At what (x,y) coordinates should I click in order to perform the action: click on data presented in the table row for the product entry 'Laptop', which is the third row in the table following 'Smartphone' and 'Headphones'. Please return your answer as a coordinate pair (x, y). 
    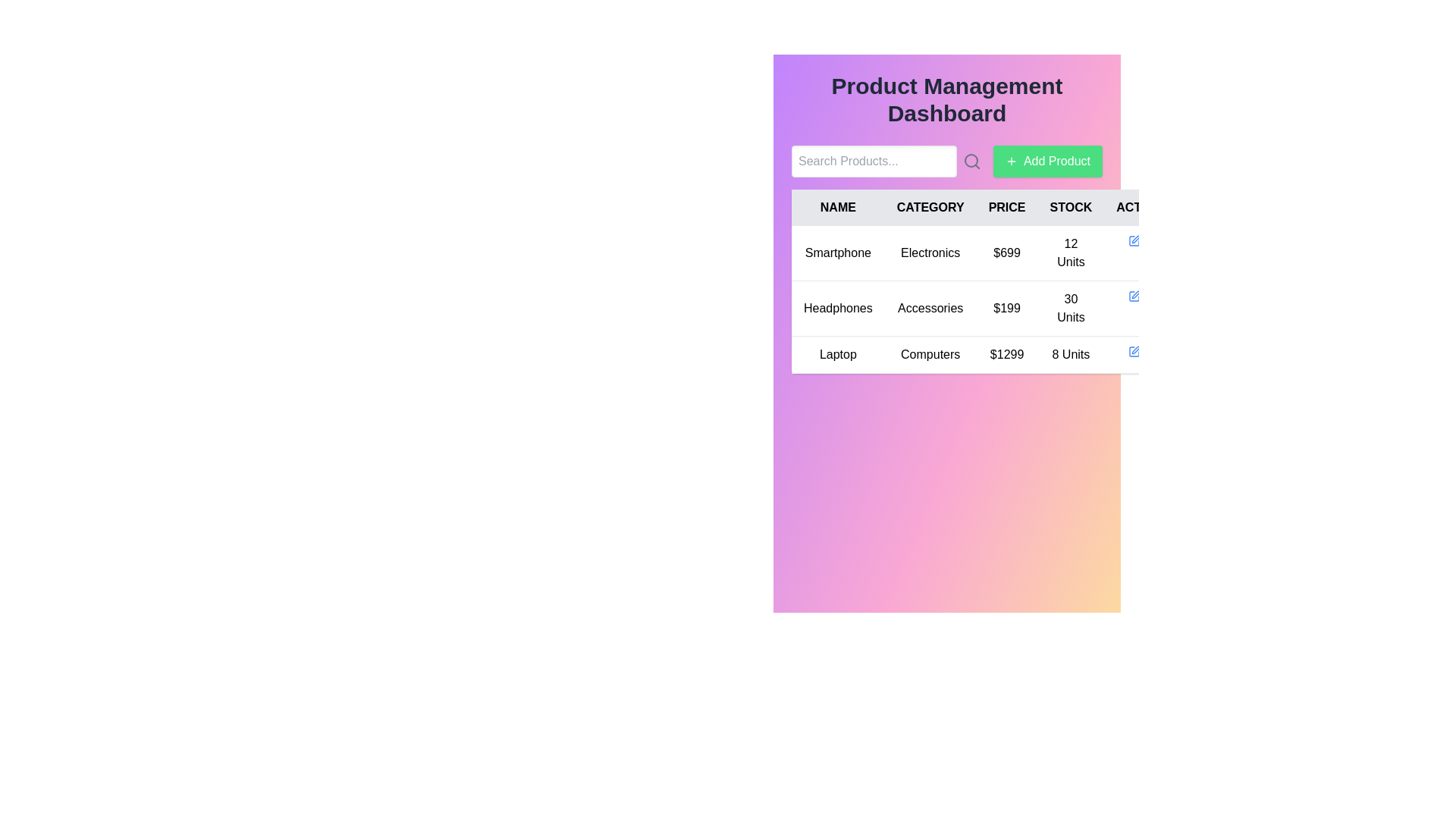
    Looking at the image, I should click on (987, 354).